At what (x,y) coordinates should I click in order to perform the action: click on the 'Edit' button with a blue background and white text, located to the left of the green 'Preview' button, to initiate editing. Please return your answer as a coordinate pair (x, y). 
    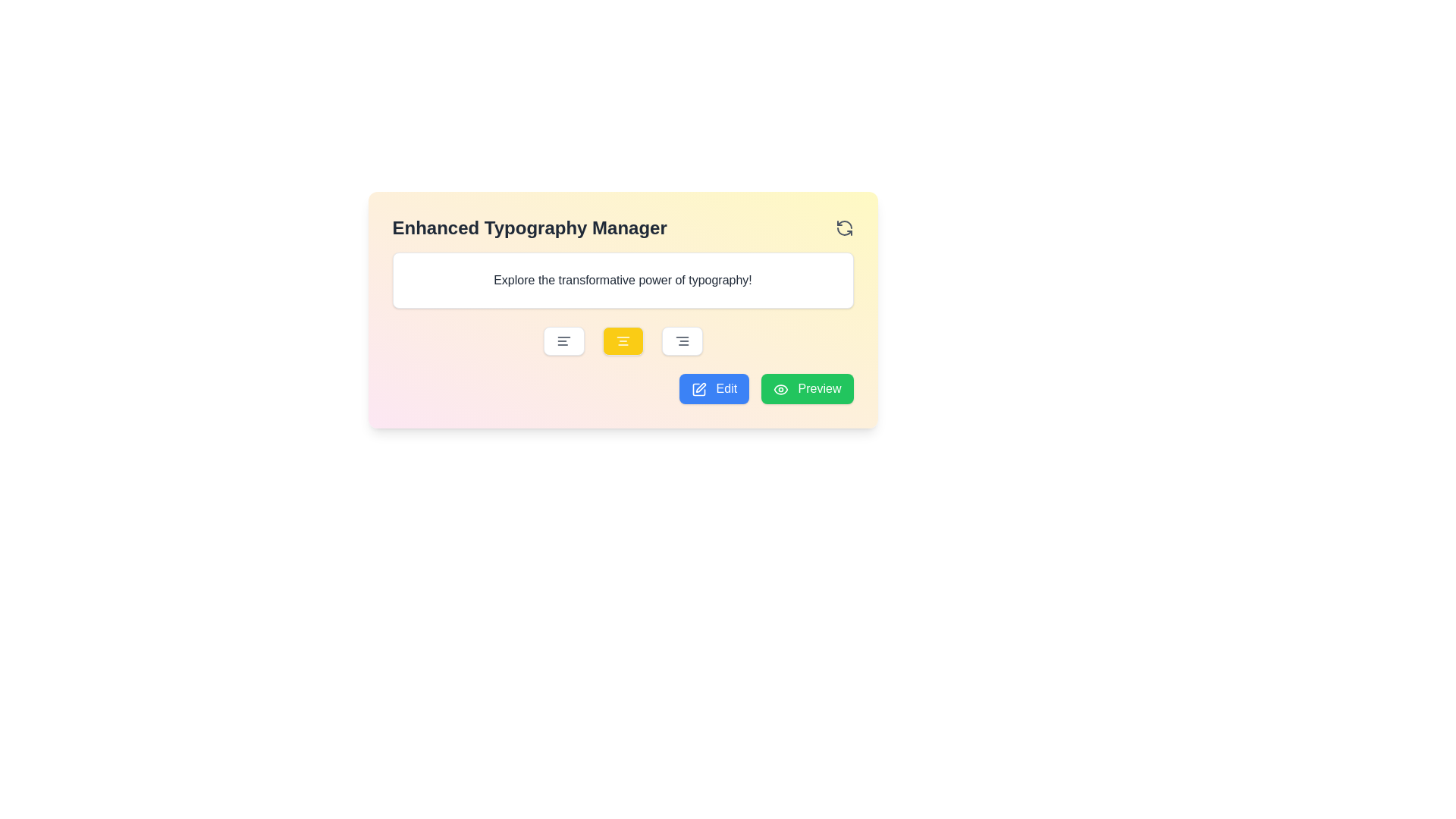
    Looking at the image, I should click on (713, 388).